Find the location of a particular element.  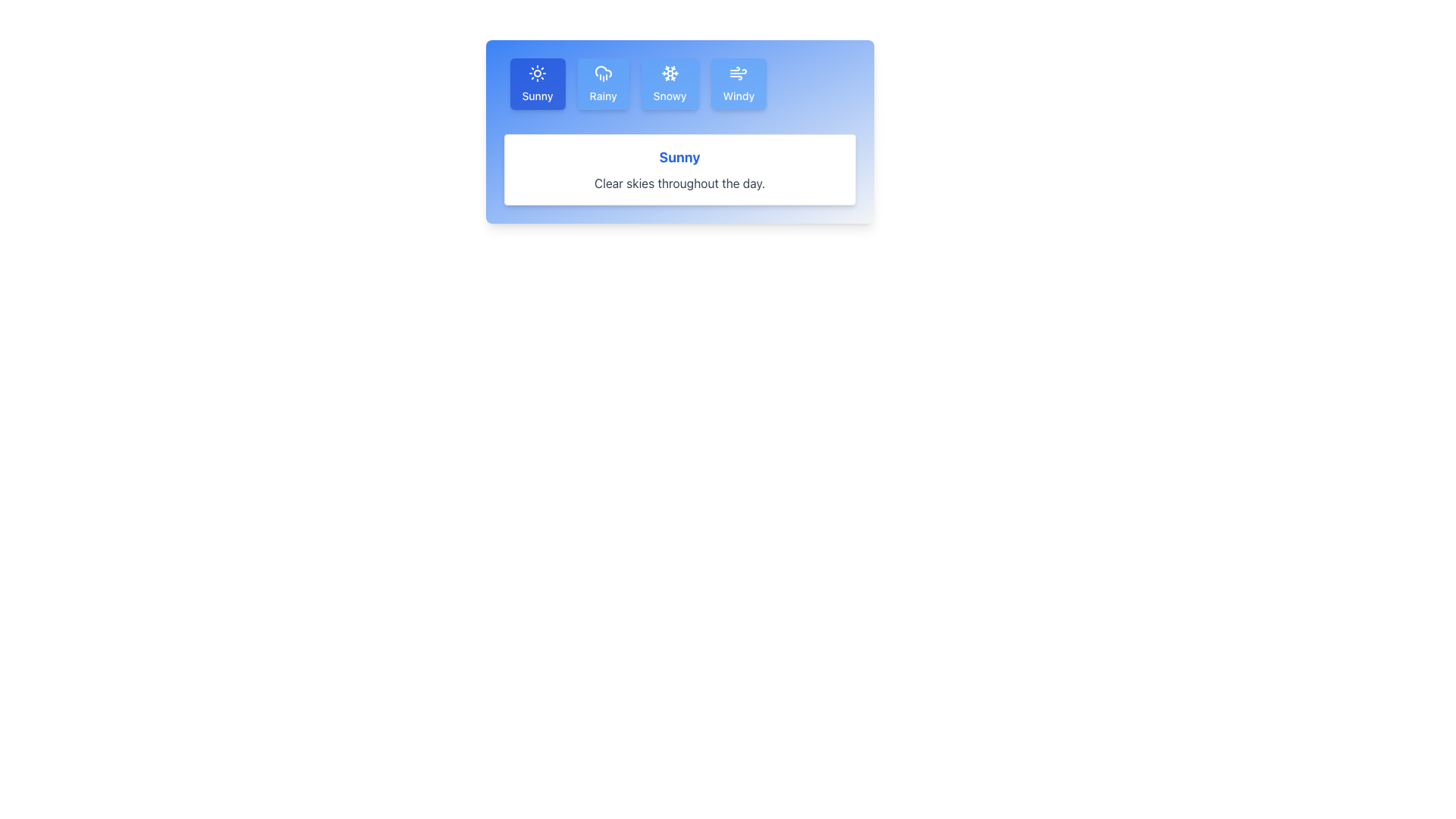

the 'Sunny' button, which is a rectangular button with rounded corners, blue background, and a white sun icon, located on the far-left side of the weather selection group is located at coordinates (538, 84).